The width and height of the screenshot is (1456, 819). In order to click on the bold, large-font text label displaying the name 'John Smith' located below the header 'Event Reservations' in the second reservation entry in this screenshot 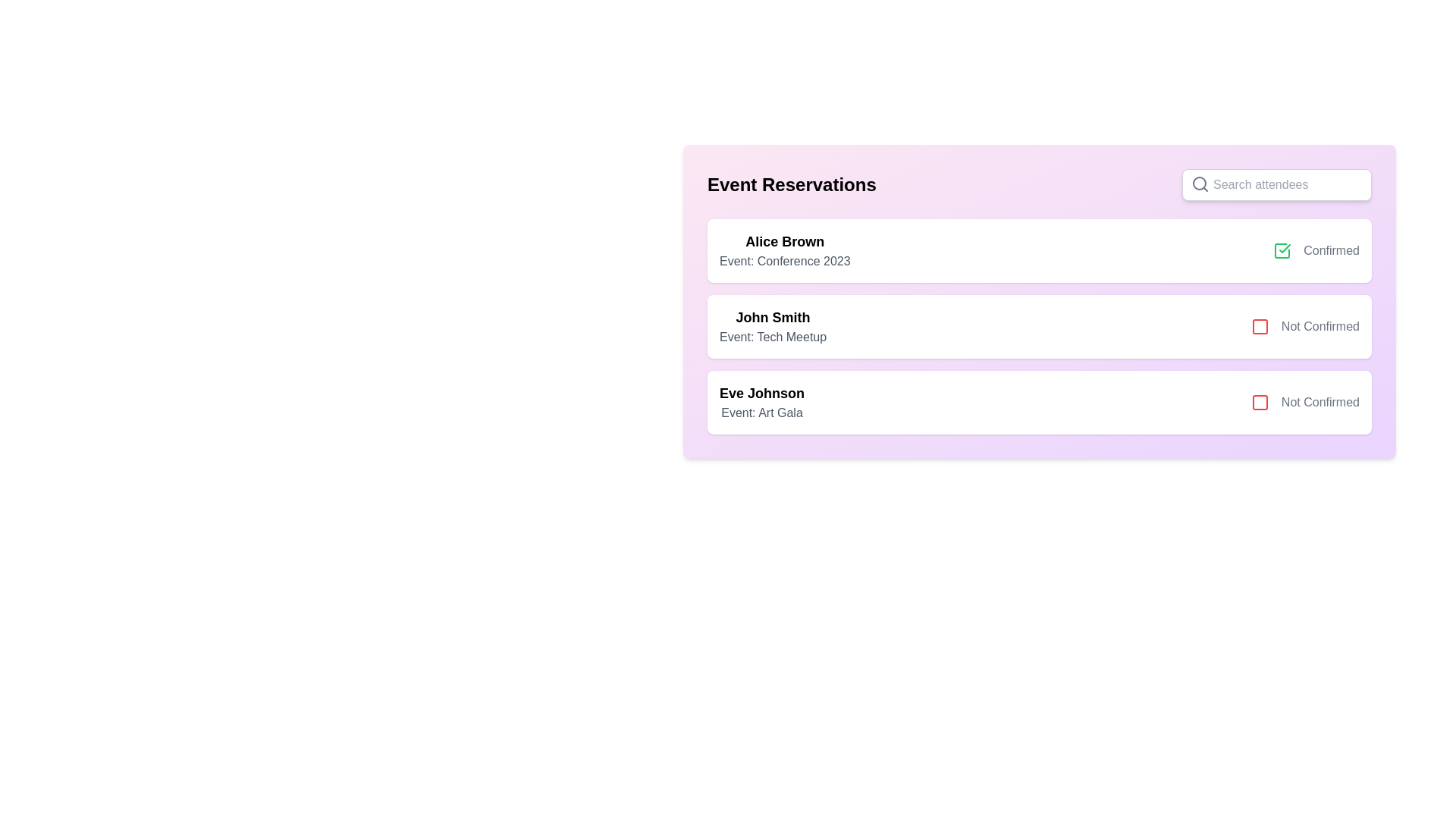, I will do `click(773, 317)`.